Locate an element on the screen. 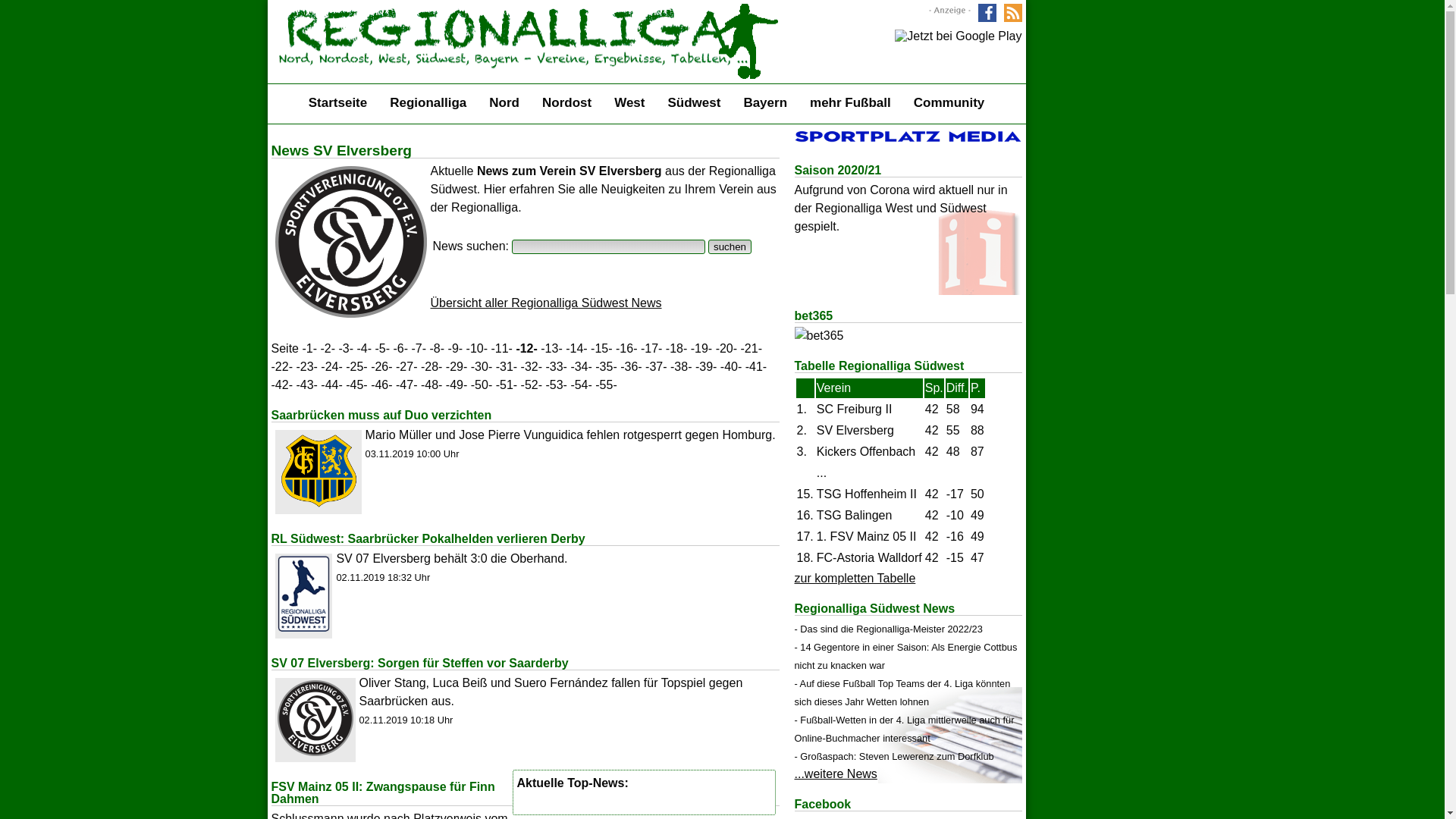  '-5-' is located at coordinates (382, 348).